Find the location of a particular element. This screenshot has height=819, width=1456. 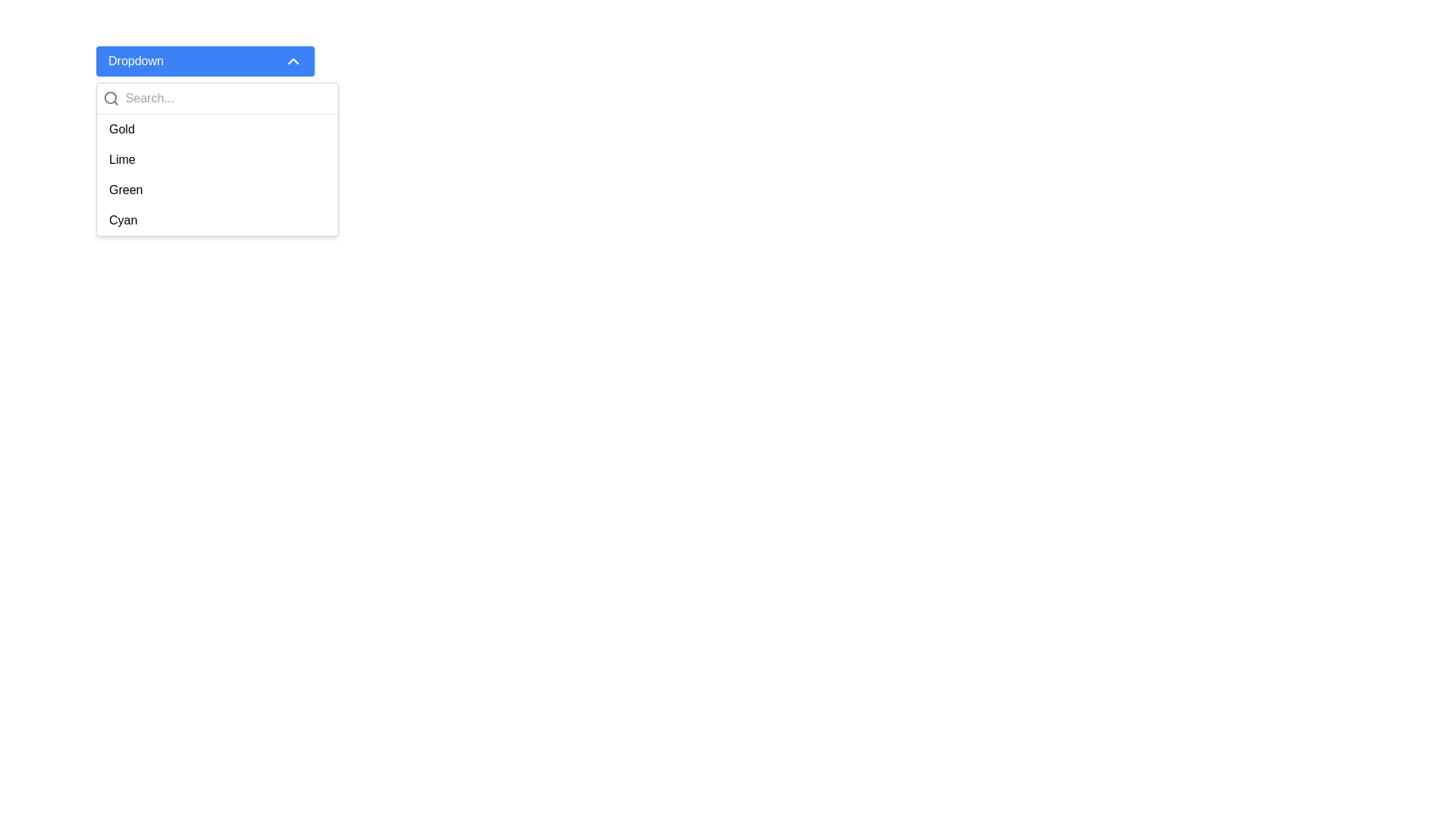

the text-based dropdown option labeled 'Gold' is located at coordinates (121, 128).